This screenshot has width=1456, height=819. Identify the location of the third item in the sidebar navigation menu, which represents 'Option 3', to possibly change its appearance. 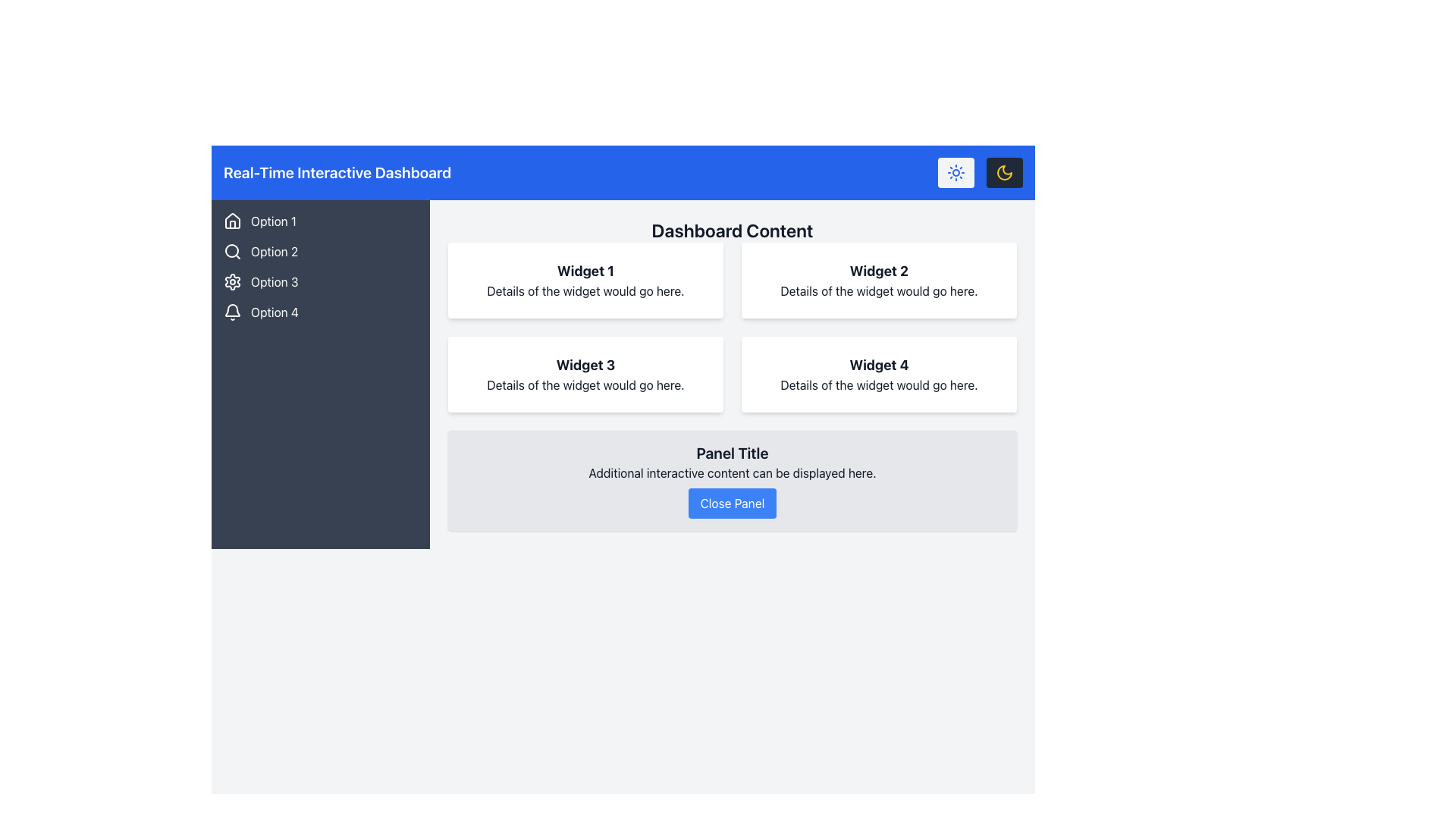
(319, 281).